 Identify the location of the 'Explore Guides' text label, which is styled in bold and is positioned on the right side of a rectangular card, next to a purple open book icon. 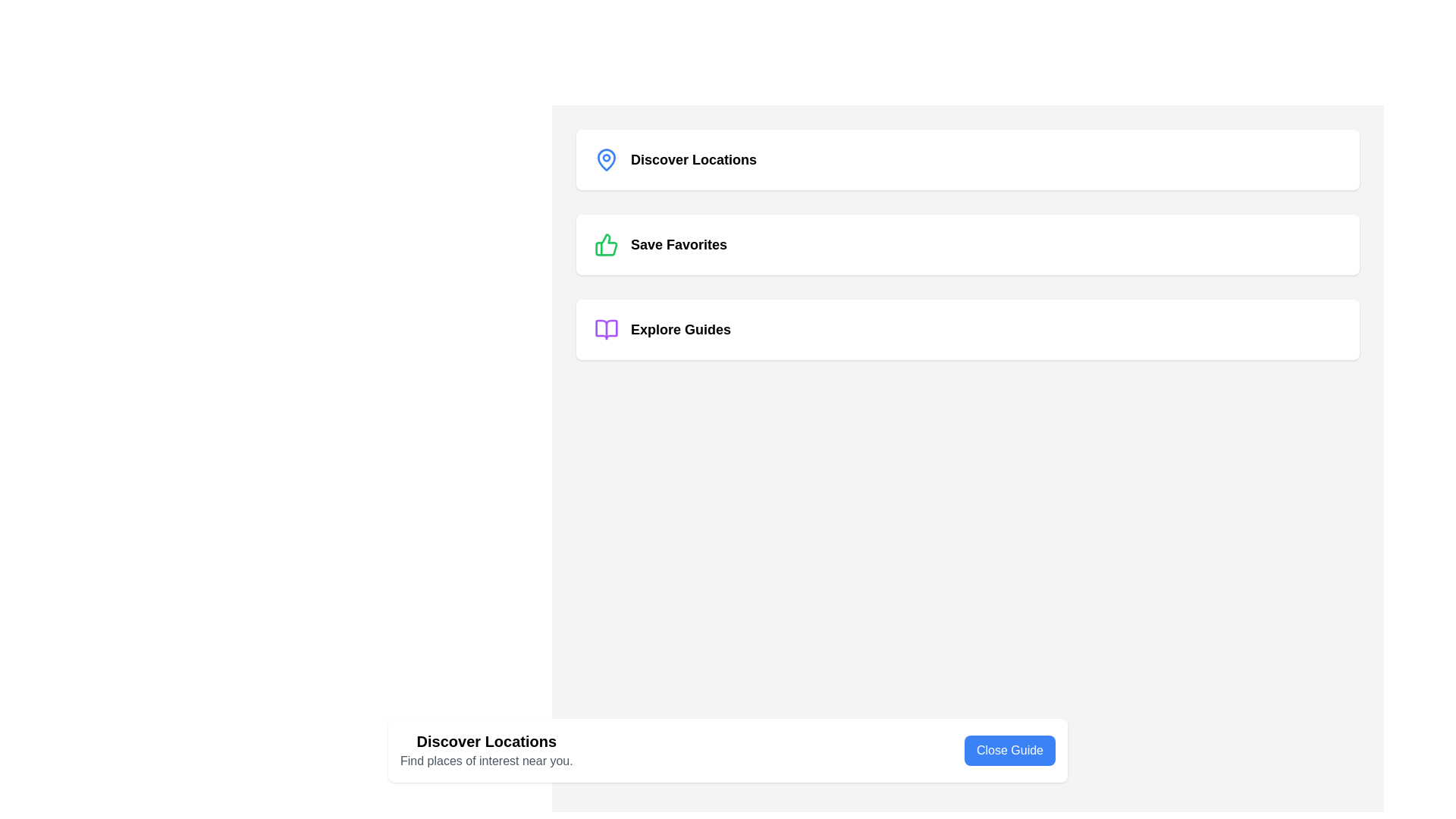
(679, 329).